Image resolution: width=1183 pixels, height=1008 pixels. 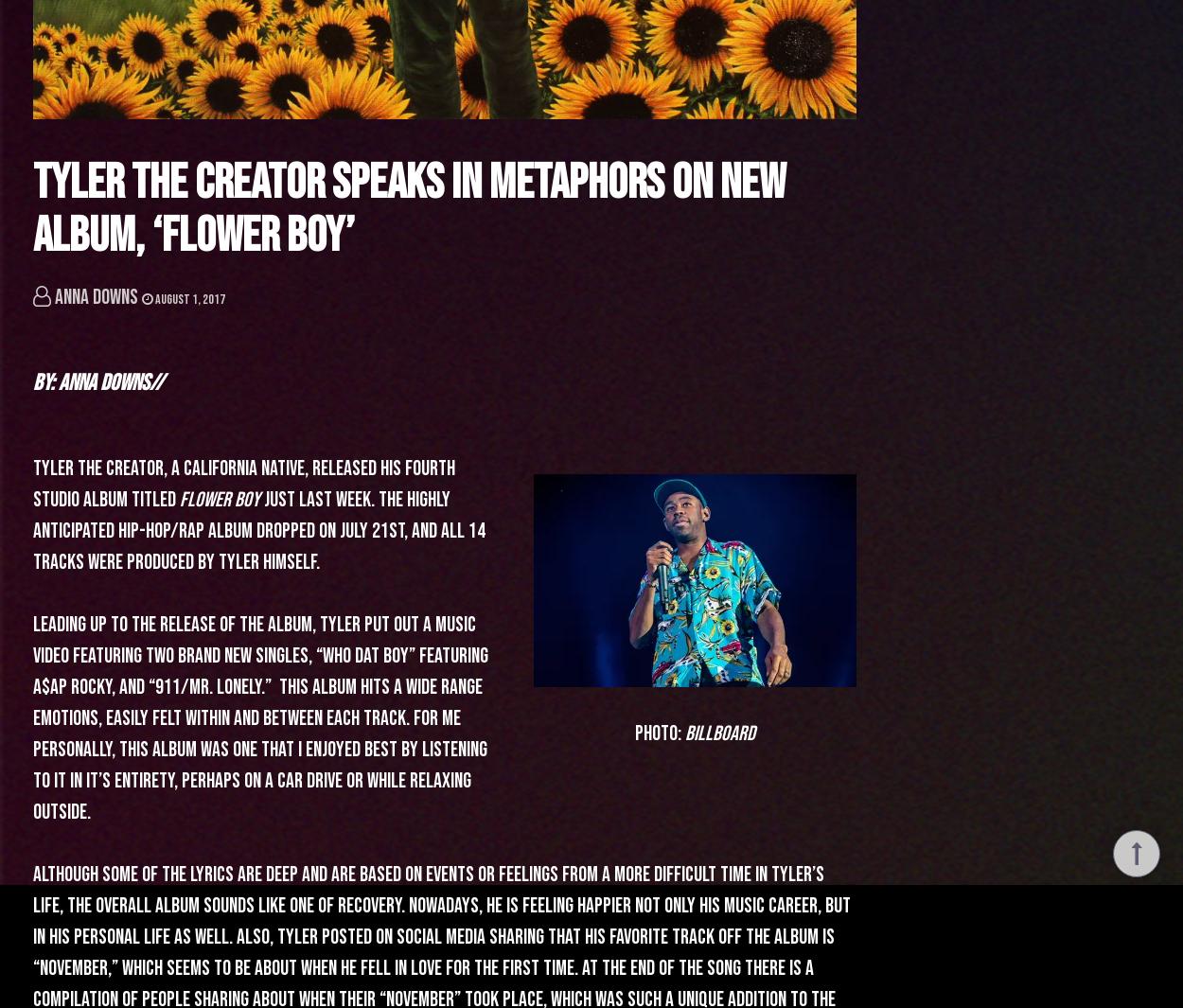 I want to click on 'By: Anna Downs//', so click(x=33, y=381).